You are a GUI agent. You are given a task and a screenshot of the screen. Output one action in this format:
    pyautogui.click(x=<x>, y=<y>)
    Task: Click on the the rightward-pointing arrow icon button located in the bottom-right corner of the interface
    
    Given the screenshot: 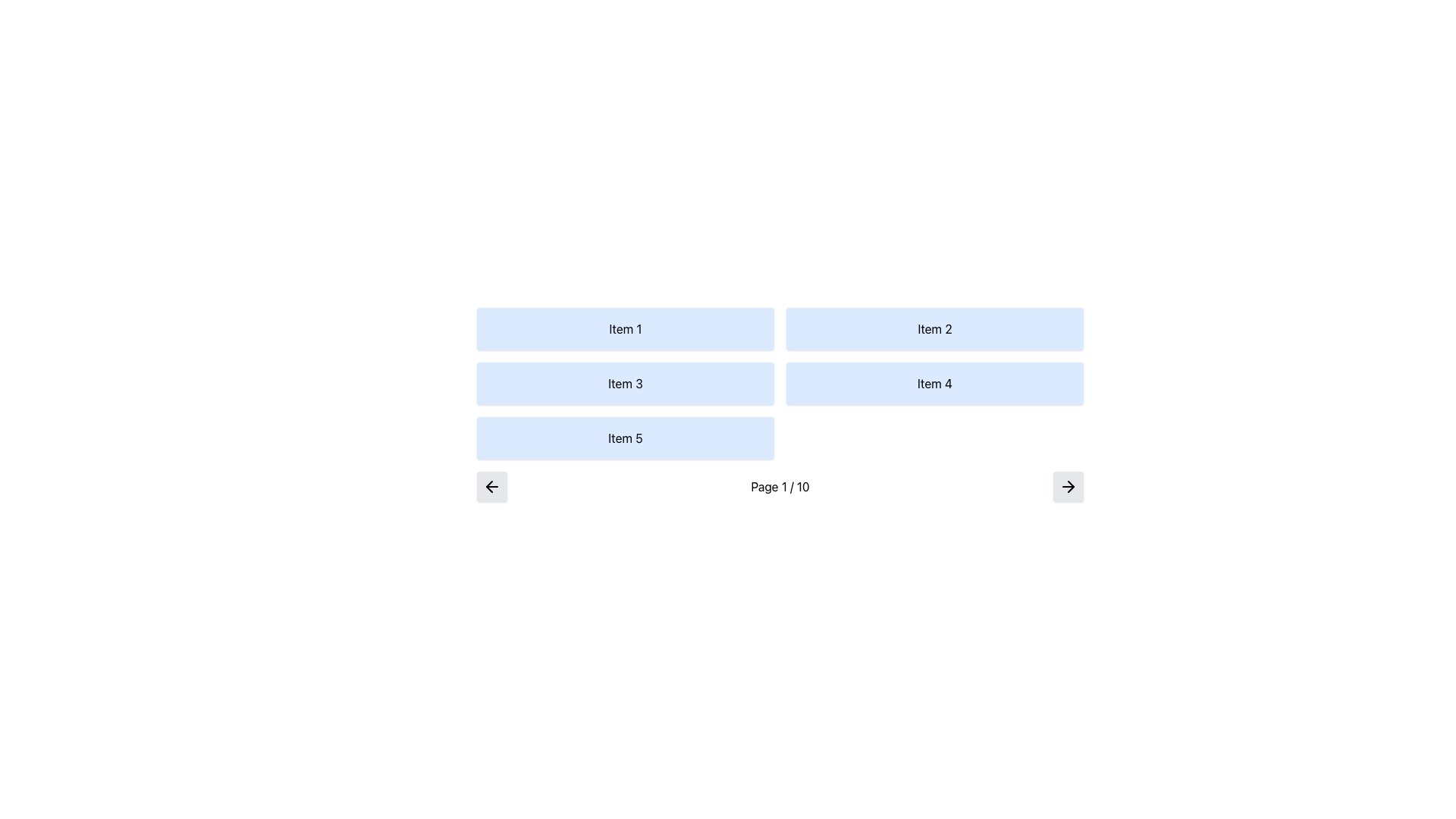 What is the action you would take?
    pyautogui.click(x=1068, y=486)
    